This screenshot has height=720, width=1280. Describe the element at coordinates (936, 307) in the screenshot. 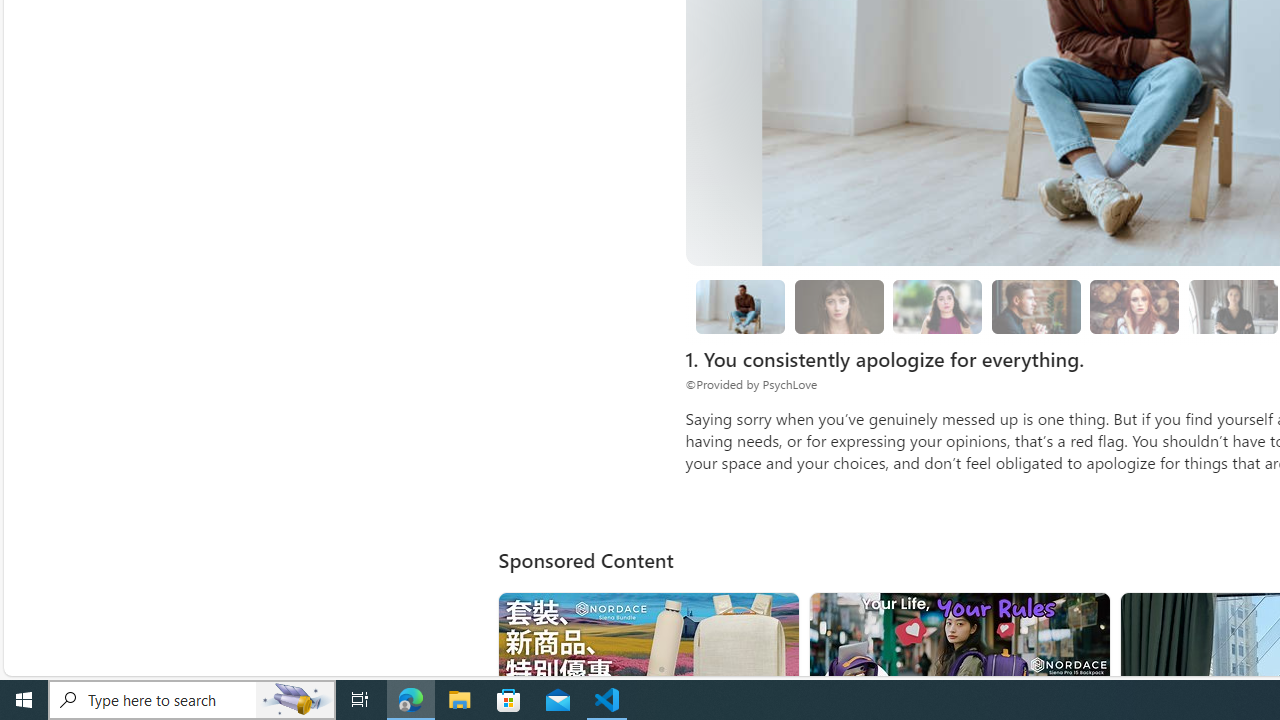

I see `'4. You can name and understand your feelings.'` at that location.